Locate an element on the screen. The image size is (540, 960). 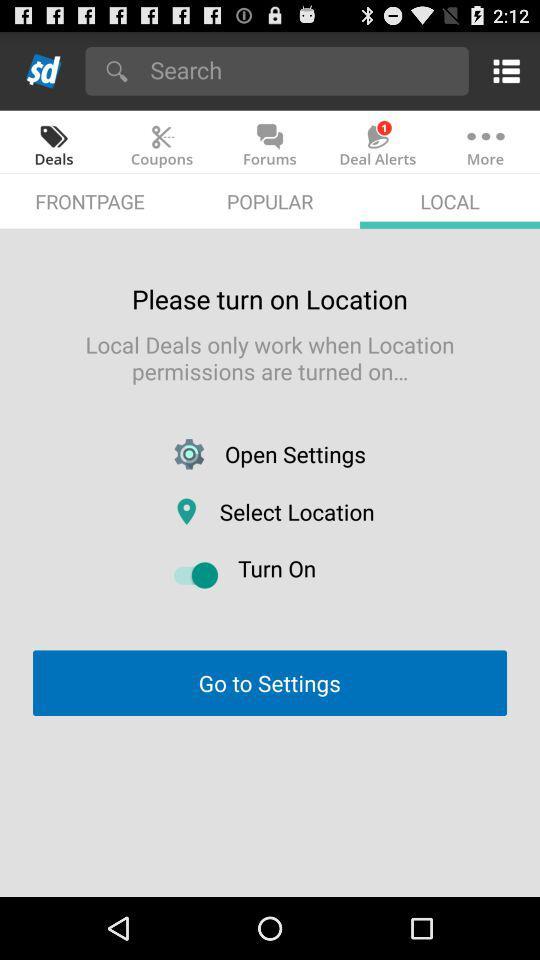
frontpage icon is located at coordinates (89, 201).